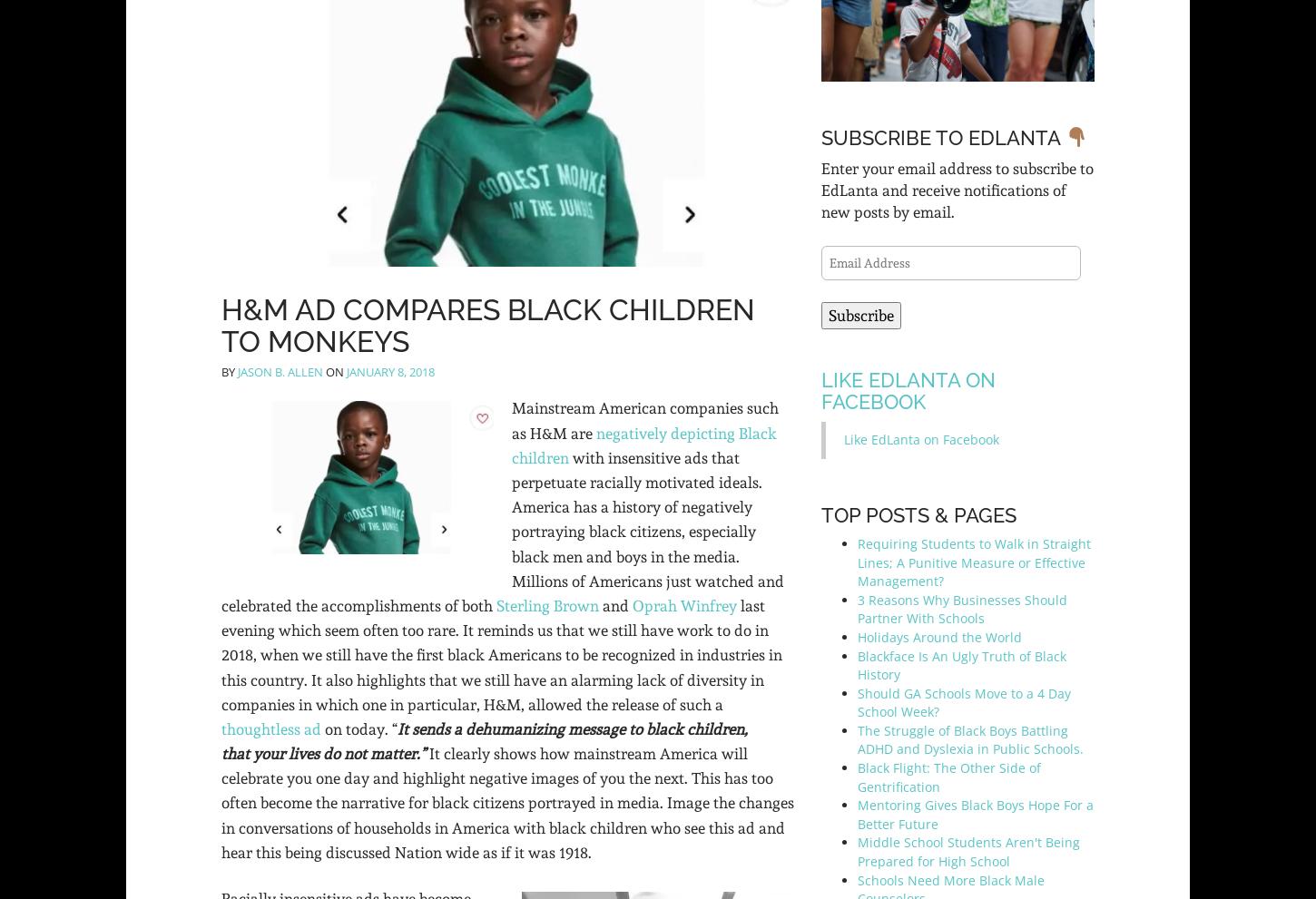  Describe the element at coordinates (962, 608) in the screenshot. I see `'3 Reasons Why Businesses Should Partner With Schools'` at that location.